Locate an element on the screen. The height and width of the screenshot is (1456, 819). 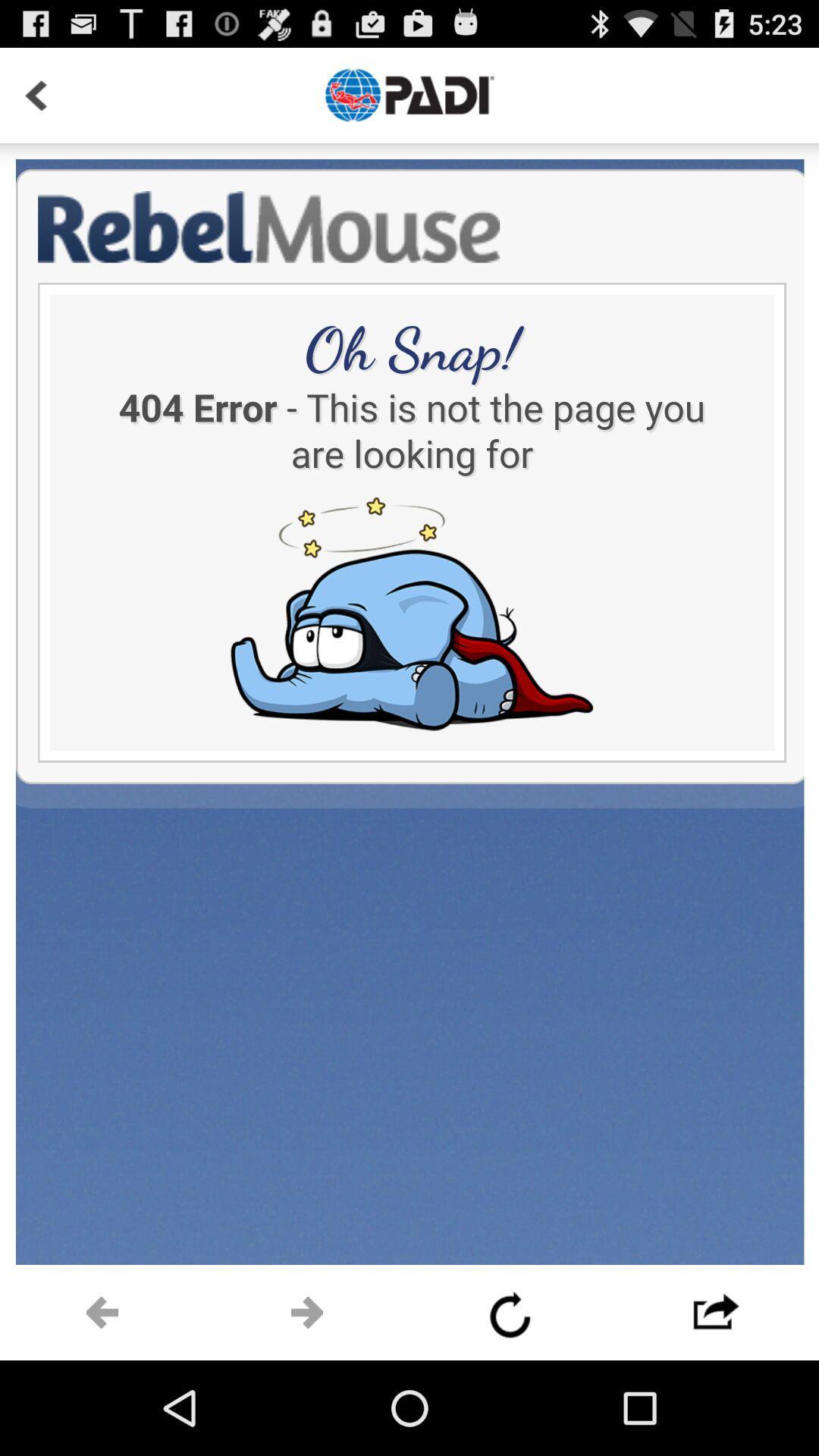
the arrow_backward icon is located at coordinates (102, 1404).